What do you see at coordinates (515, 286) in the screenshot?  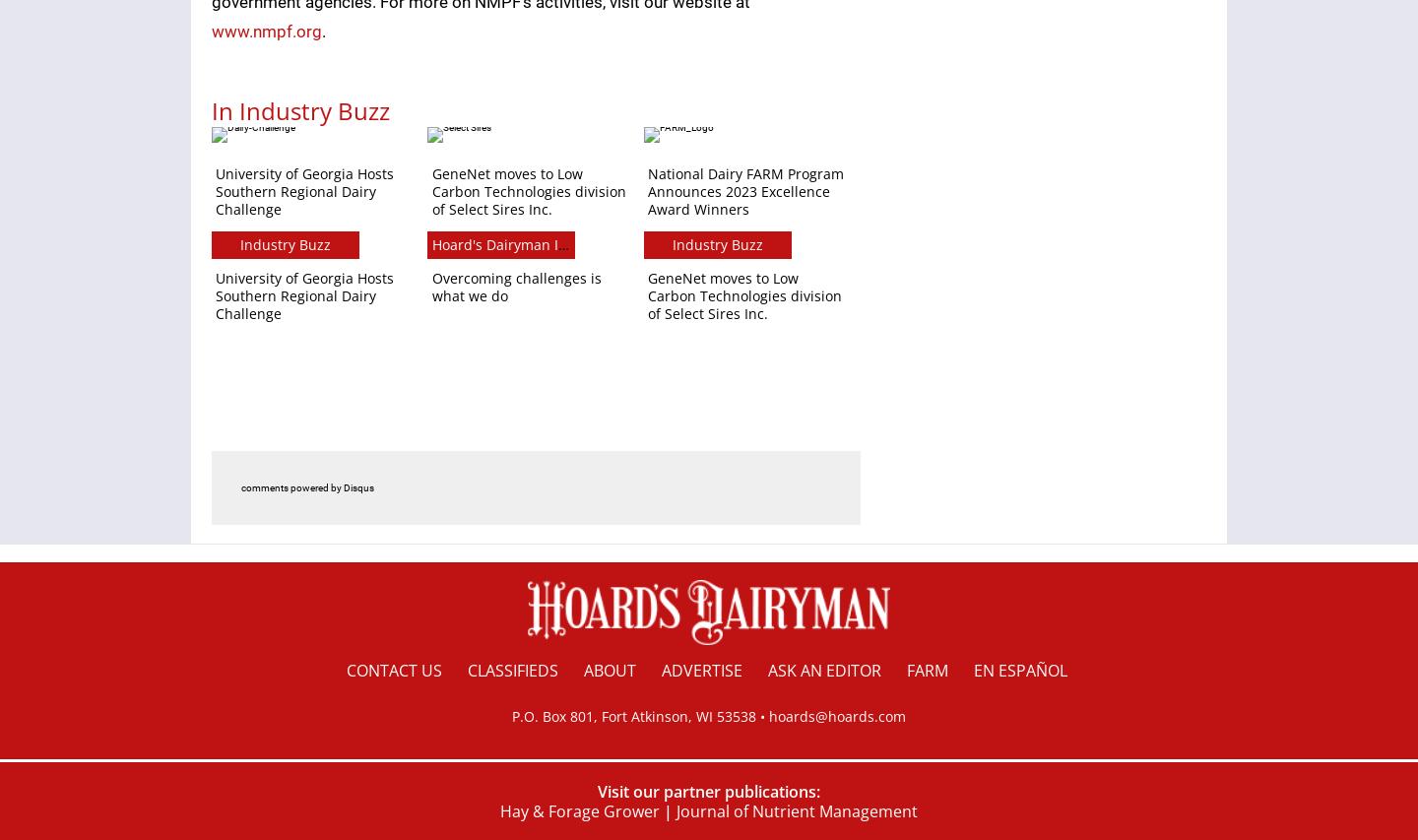 I see `'Overcoming challenges is what we do'` at bounding box center [515, 286].